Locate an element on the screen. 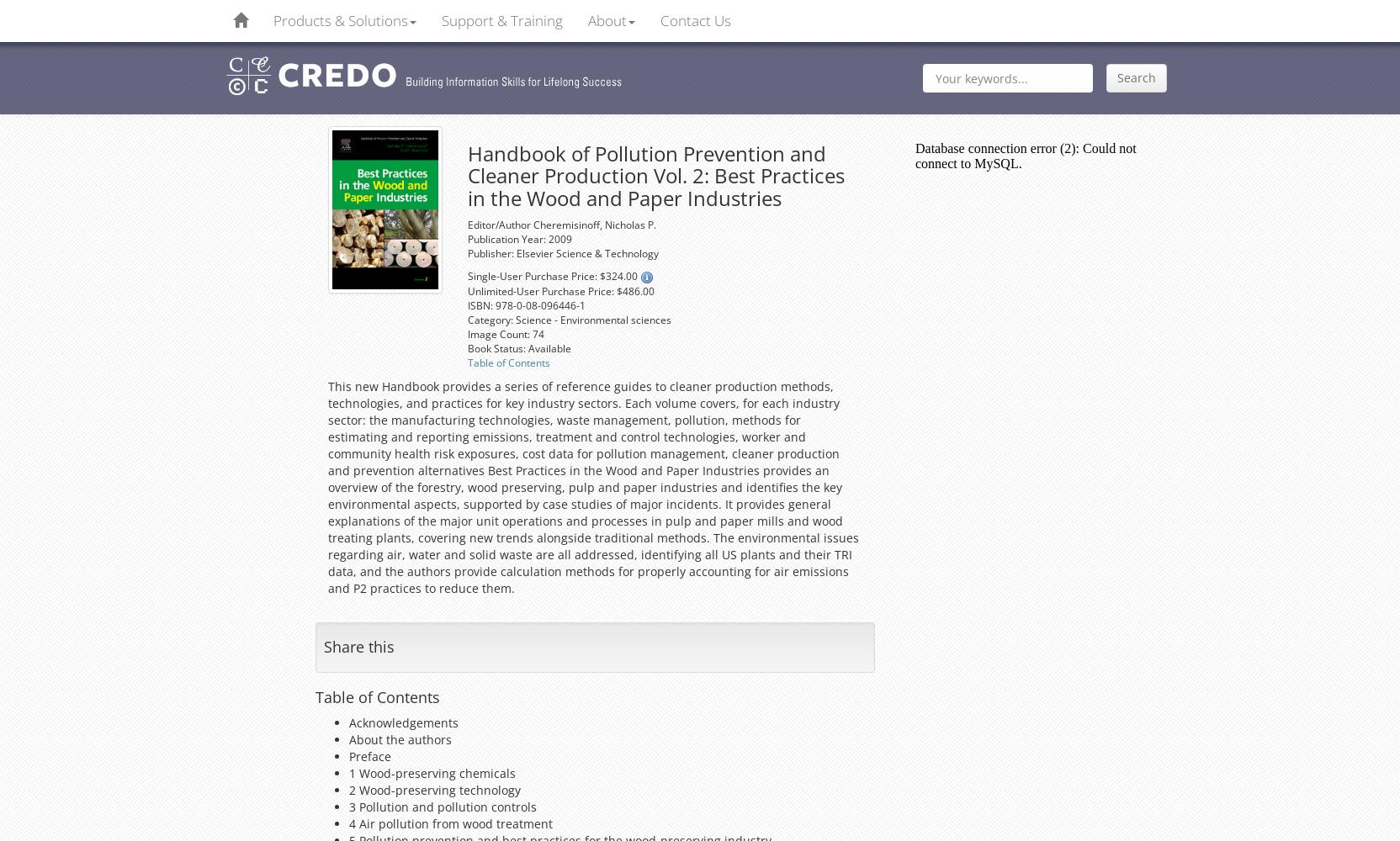  'Handbook of Pollution Prevention and Cleaner Production Vol. 2: Best Practices in the Wood and Paper Industries' is located at coordinates (466, 174).